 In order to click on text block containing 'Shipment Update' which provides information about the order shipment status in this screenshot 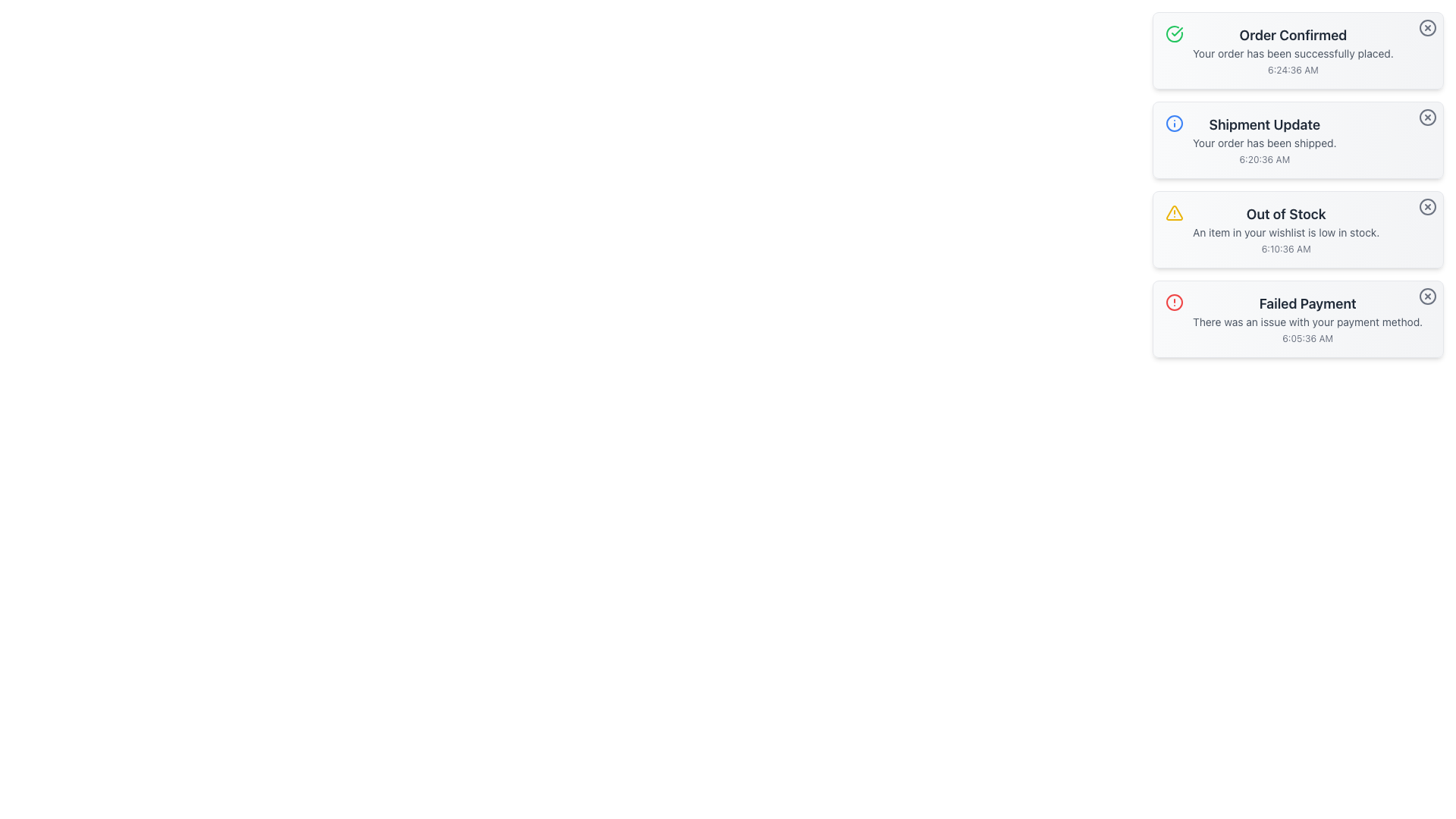, I will do `click(1264, 140)`.